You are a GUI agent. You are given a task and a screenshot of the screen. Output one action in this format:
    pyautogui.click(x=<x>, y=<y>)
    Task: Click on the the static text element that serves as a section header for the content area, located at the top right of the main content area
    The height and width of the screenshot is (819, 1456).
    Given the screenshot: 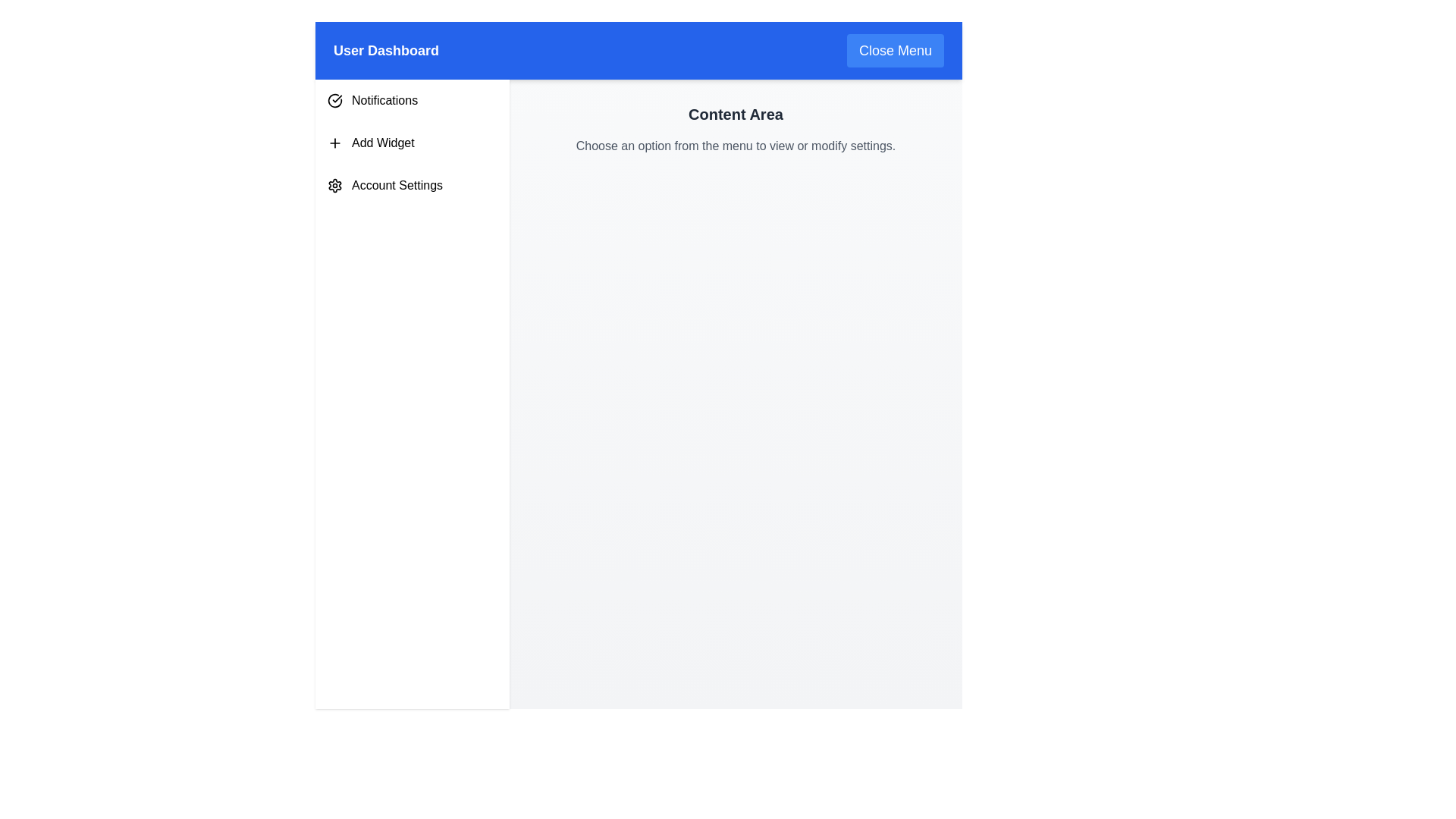 What is the action you would take?
    pyautogui.click(x=736, y=113)
    